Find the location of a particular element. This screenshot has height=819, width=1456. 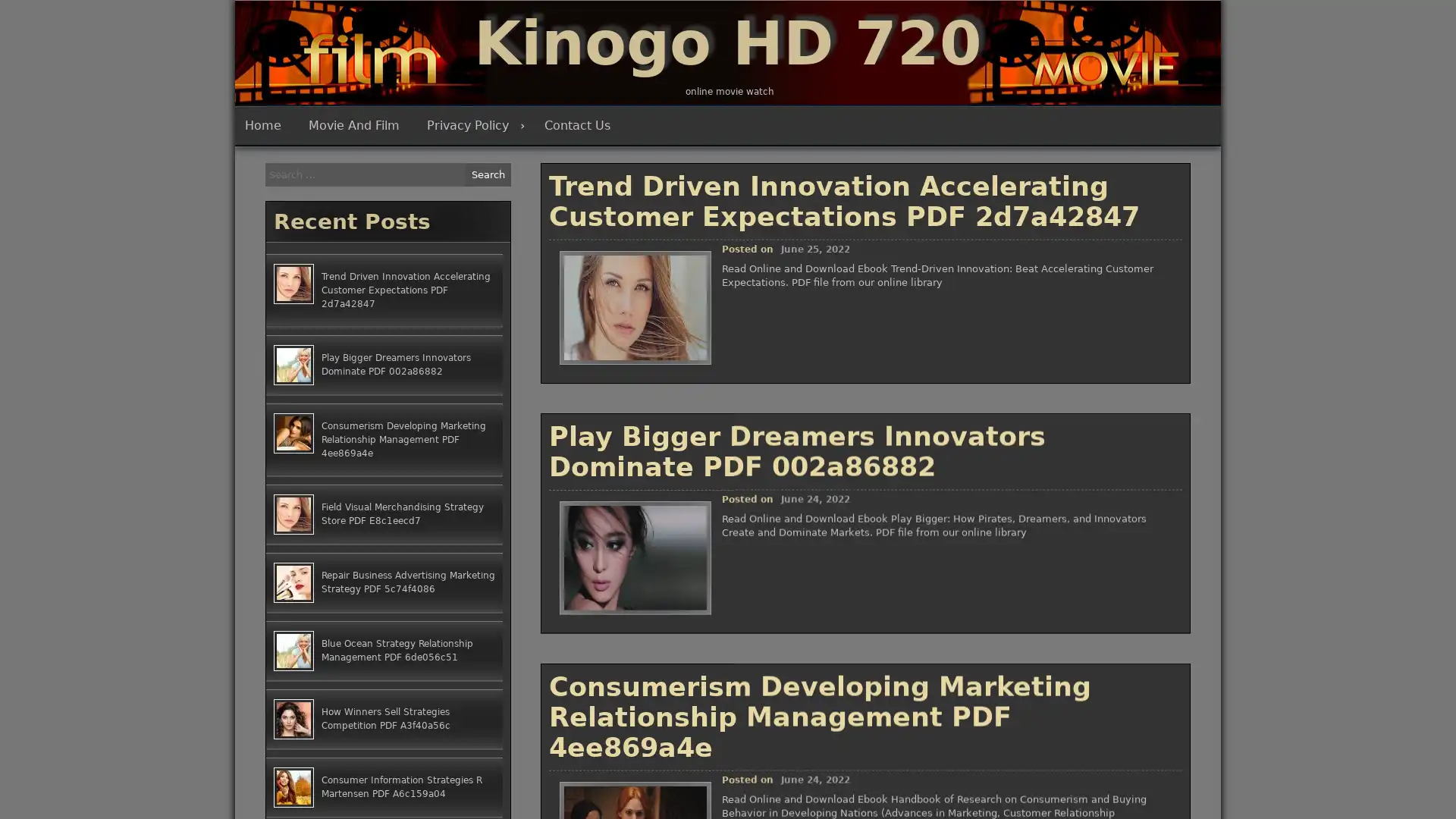

Search is located at coordinates (488, 174).